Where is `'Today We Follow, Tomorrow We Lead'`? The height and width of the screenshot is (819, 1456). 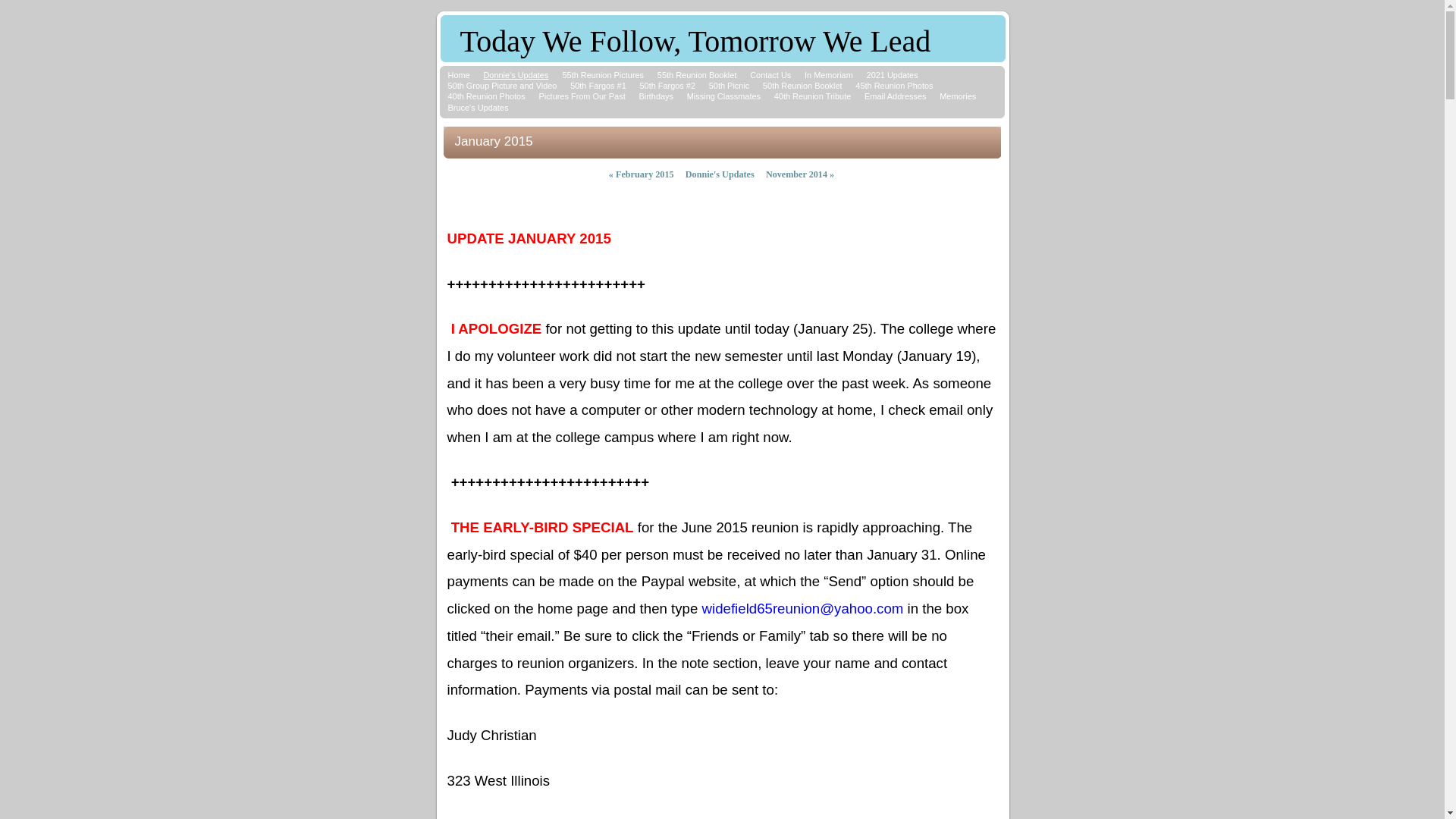
'Today We Follow, Tomorrow We Lead' is located at coordinates (458, 44).